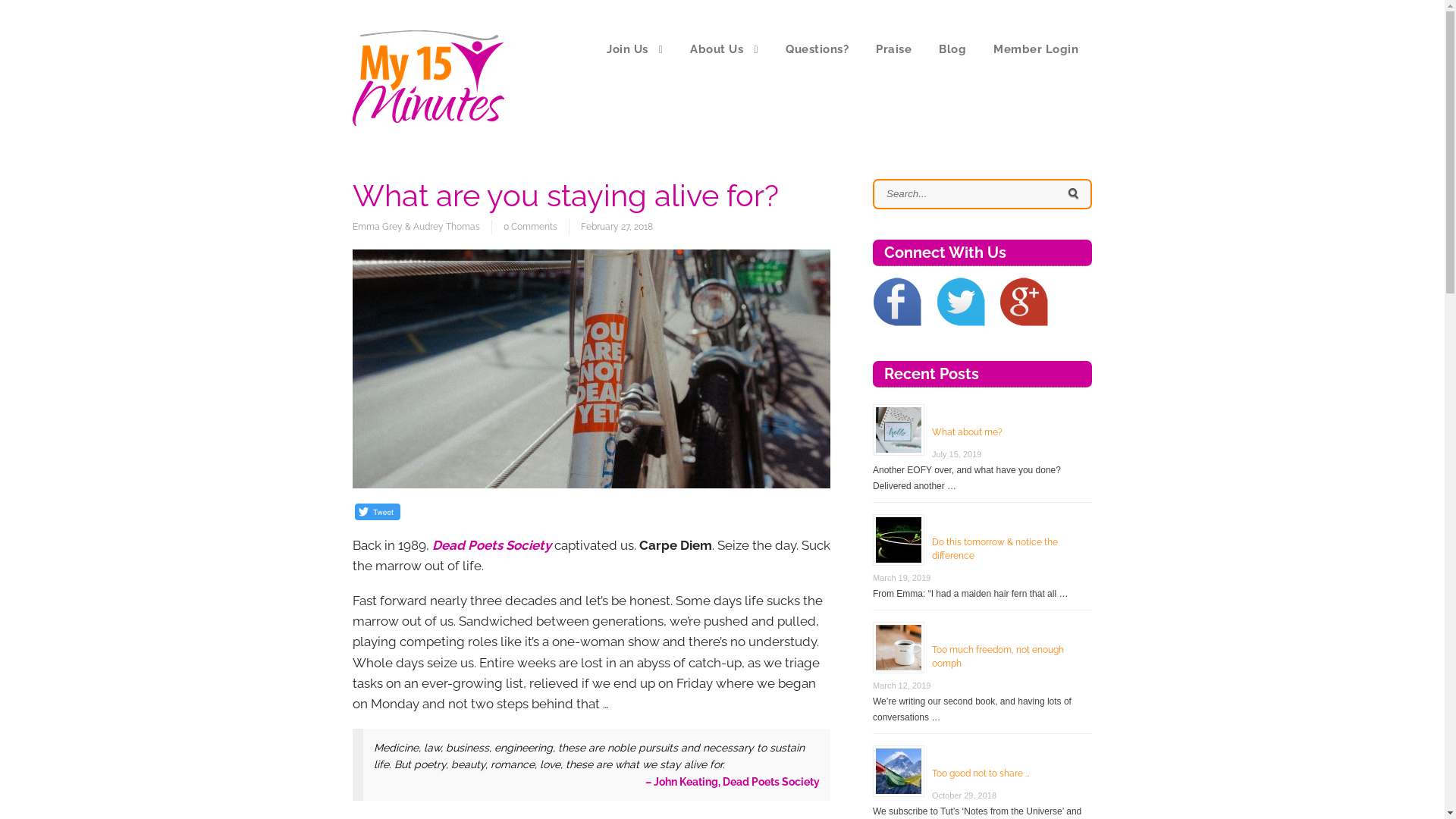 Image resolution: width=1456 pixels, height=819 pixels. What do you see at coordinates (816, 49) in the screenshot?
I see `'Questions?'` at bounding box center [816, 49].